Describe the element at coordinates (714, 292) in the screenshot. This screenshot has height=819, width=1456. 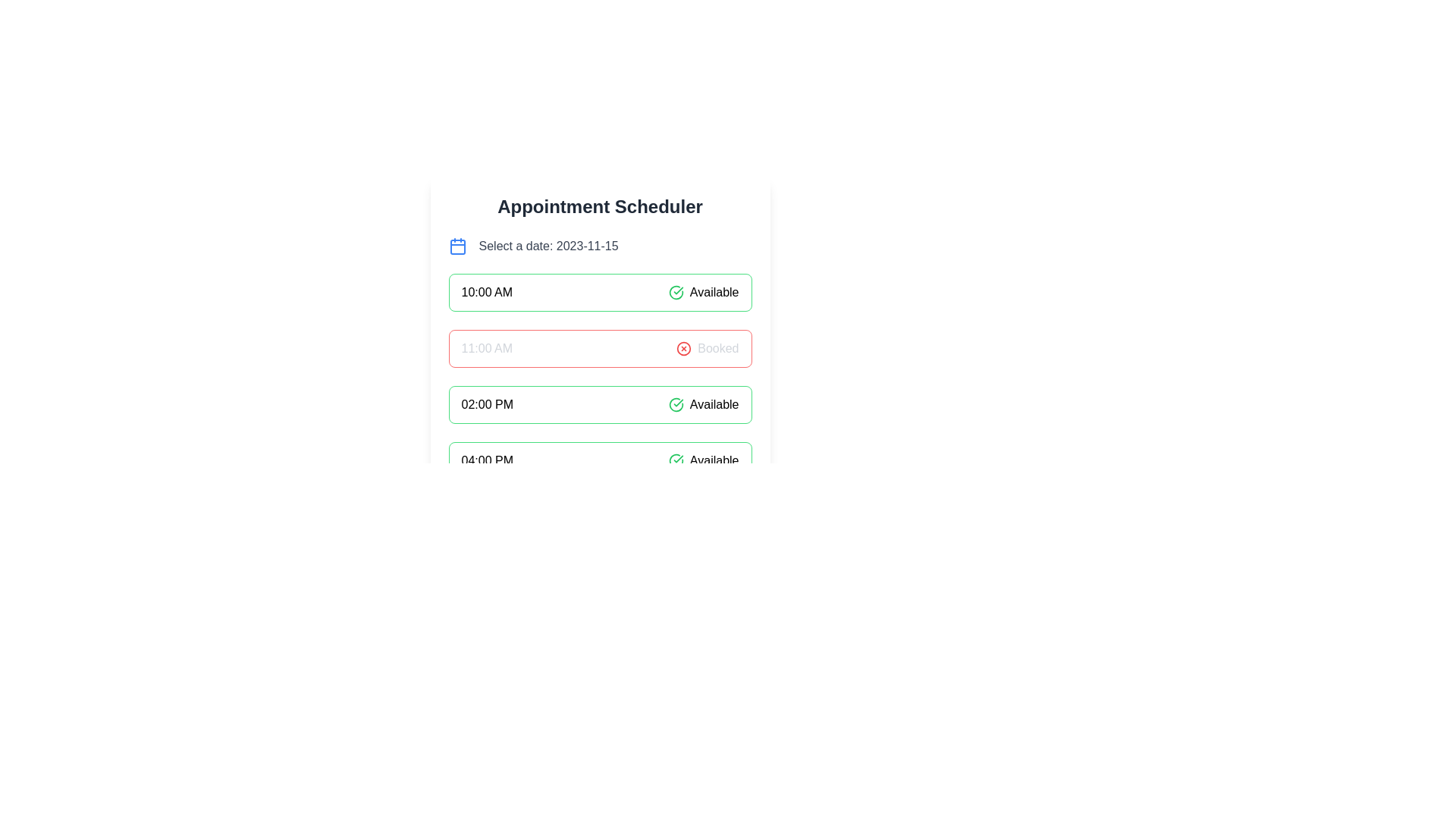
I see `the text label displaying 'Available' which is located to the right of a green circular checkmark icon in the appointment scheduler interface` at that location.